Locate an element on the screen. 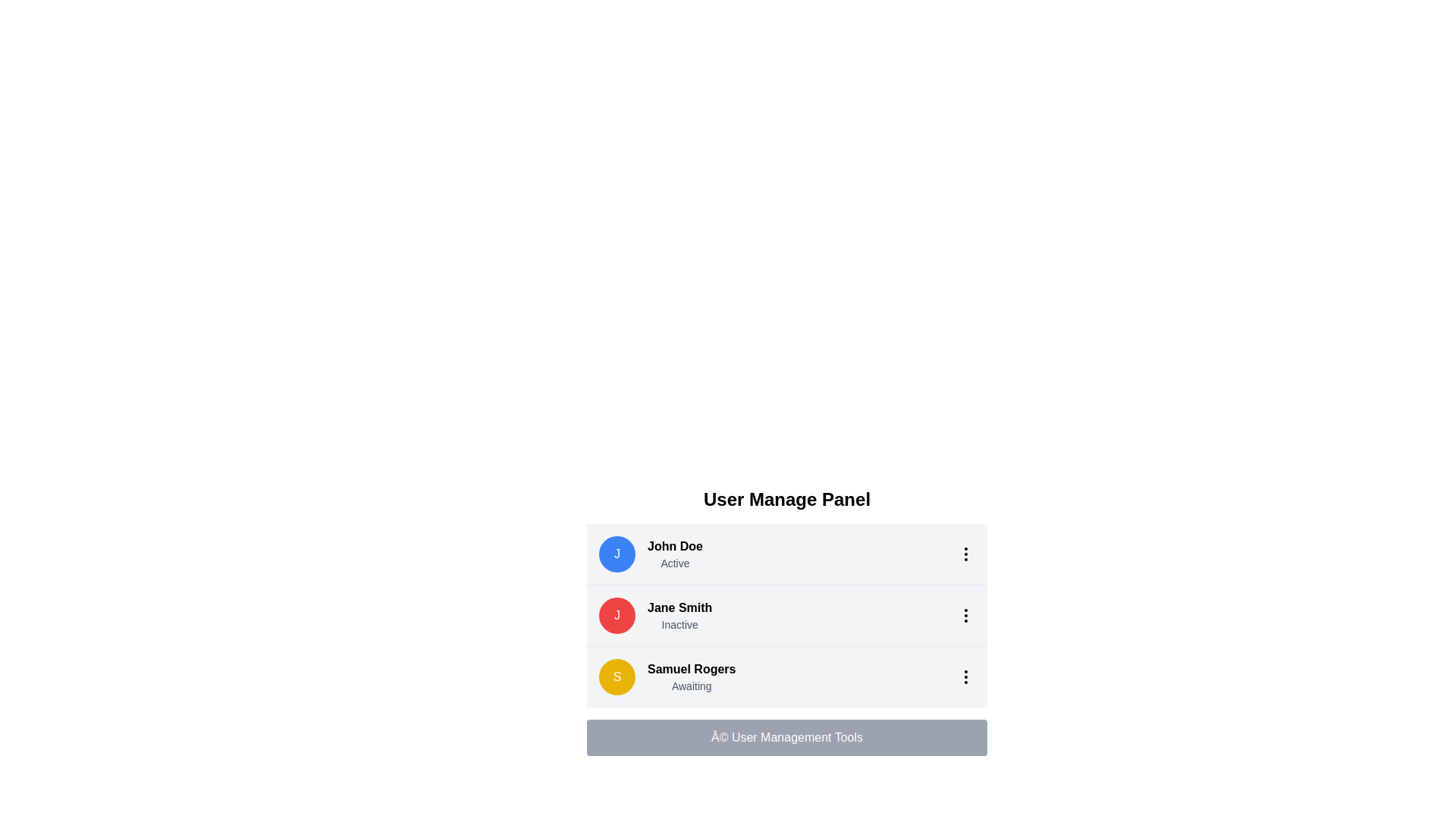 The width and height of the screenshot is (1456, 819). the large, bold text label reading 'User Manage Panel' at the top of the user management interface is located at coordinates (786, 500).